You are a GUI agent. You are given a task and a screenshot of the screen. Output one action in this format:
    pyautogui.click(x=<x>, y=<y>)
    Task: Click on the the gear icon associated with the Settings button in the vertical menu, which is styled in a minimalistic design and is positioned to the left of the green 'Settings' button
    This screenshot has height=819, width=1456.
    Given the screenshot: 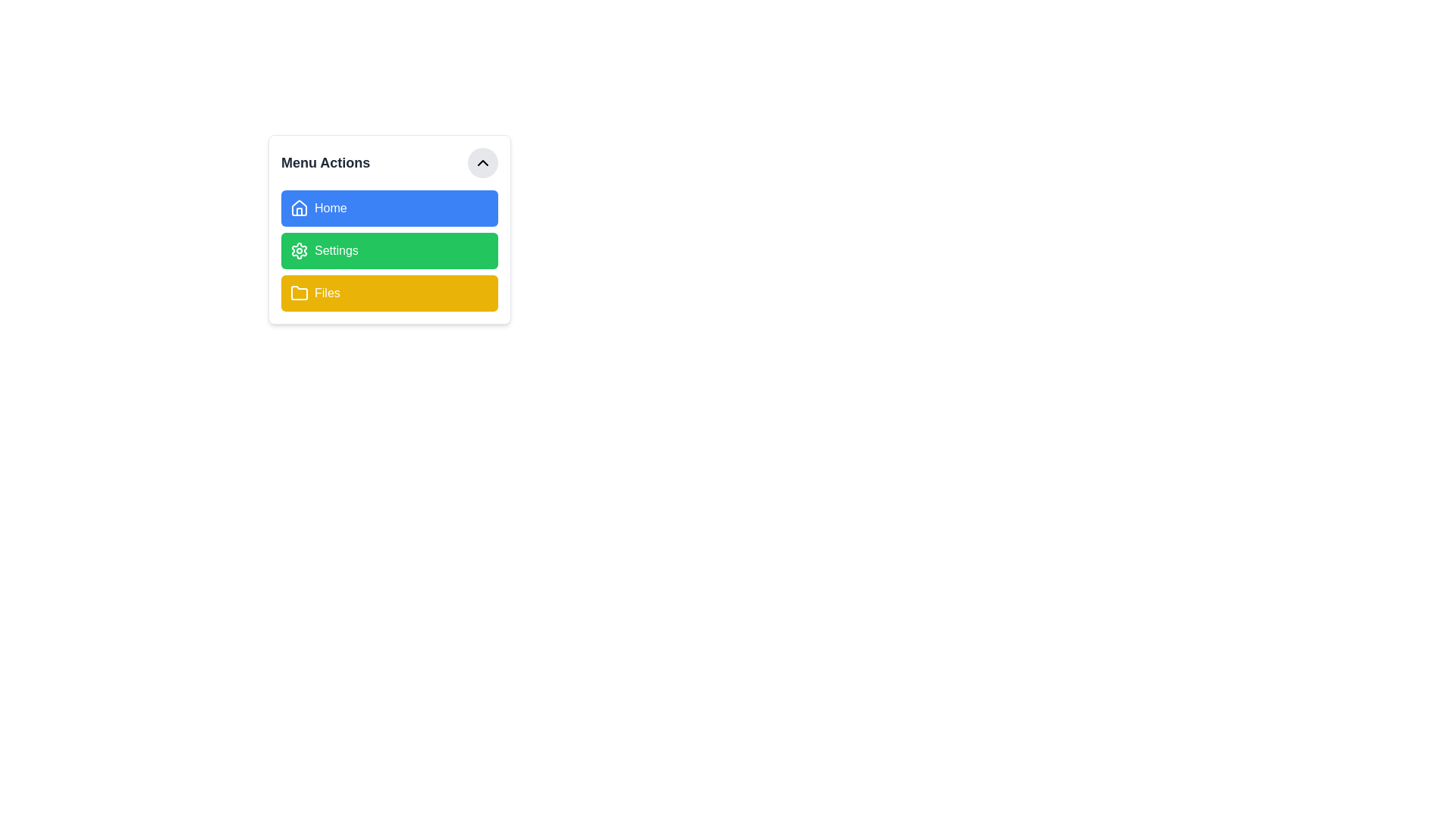 What is the action you would take?
    pyautogui.click(x=299, y=250)
    